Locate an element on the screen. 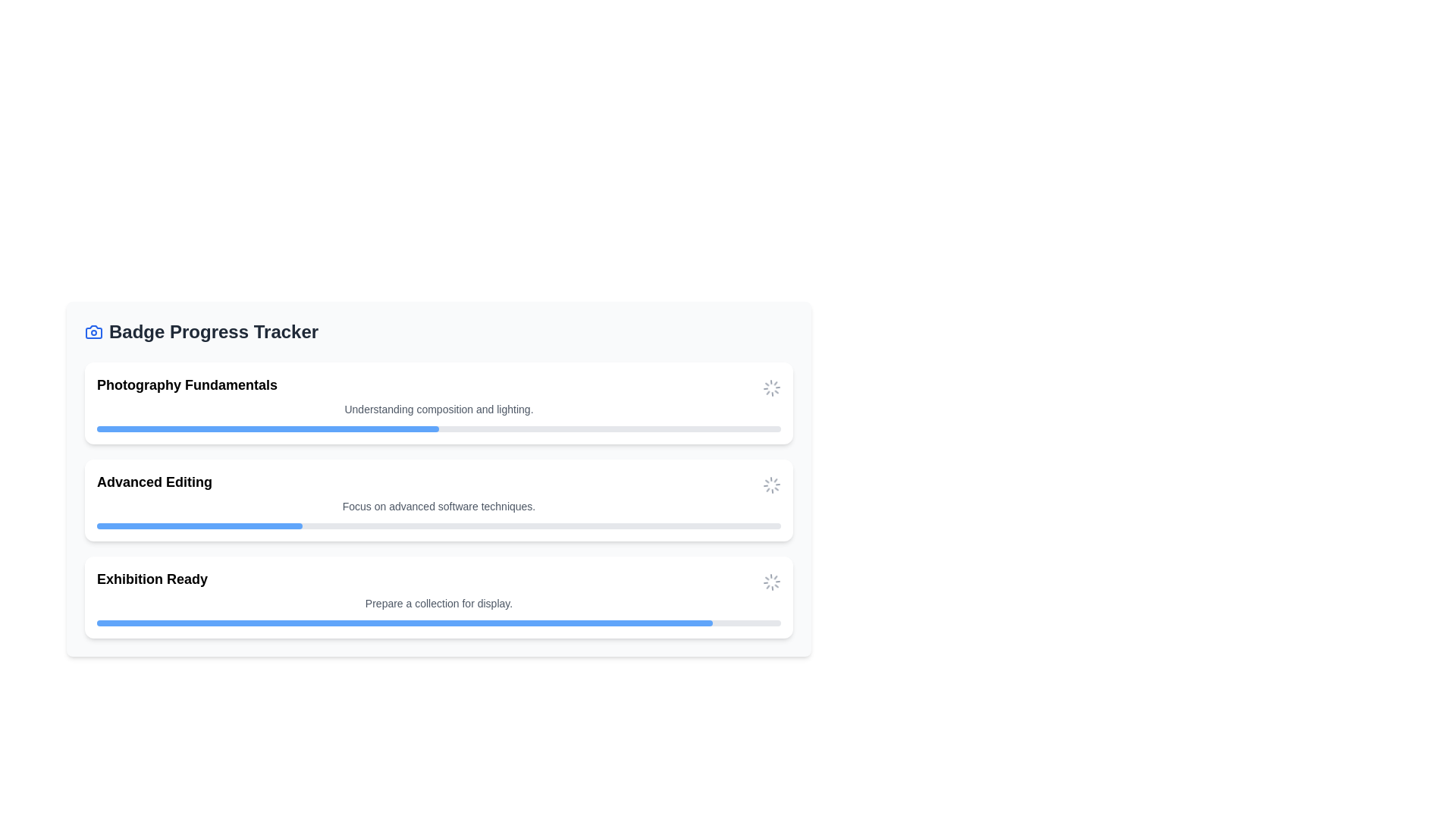 This screenshot has height=819, width=1456. the decorative icon located at the top left corner of the 'Badge Progress Tracker' header, which visually represents photography or progress tracking is located at coordinates (93, 331).